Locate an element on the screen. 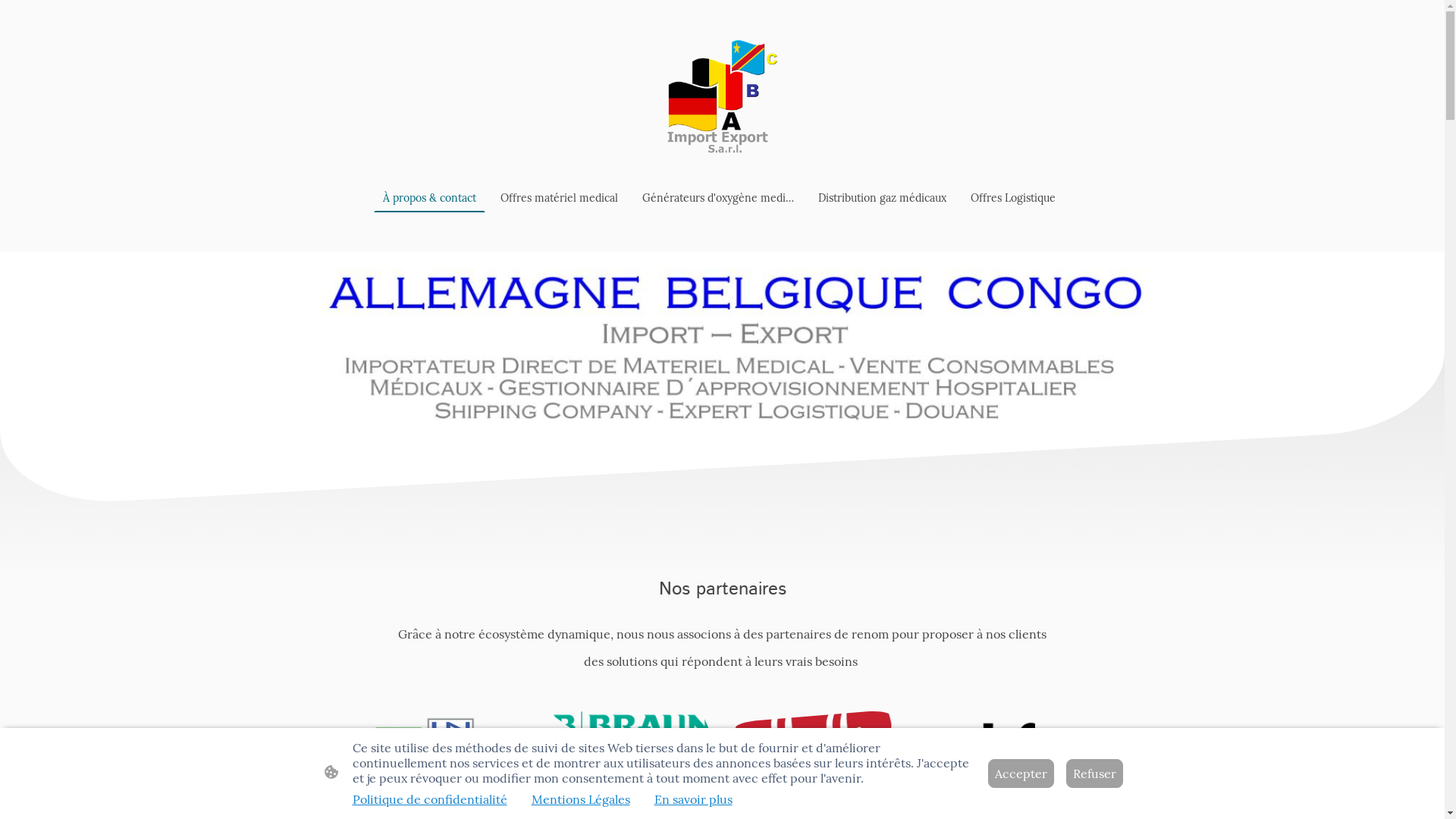  'Accepter' is located at coordinates (1020, 773).